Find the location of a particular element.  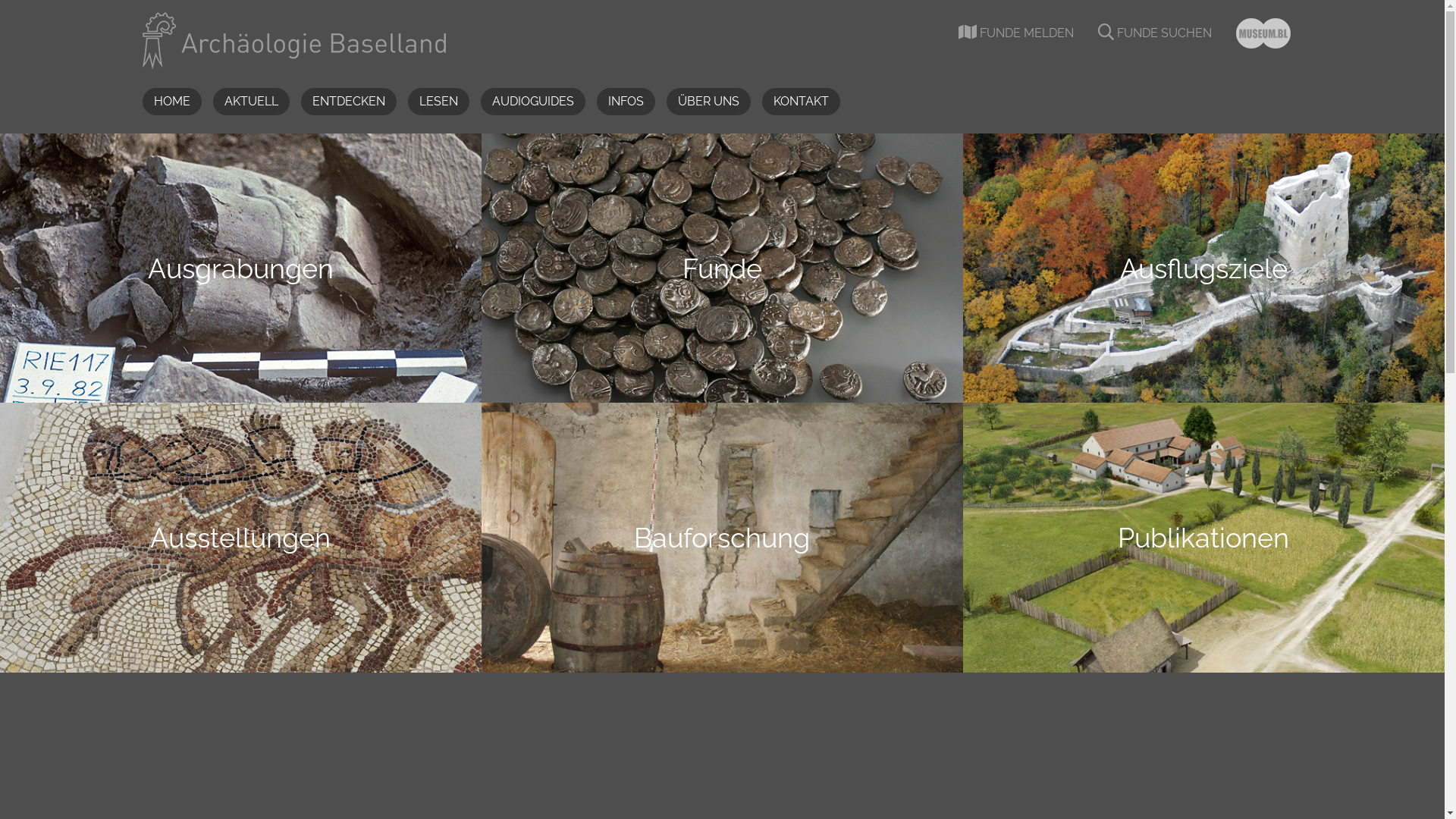

'Ausstellungen' is located at coordinates (240, 536).